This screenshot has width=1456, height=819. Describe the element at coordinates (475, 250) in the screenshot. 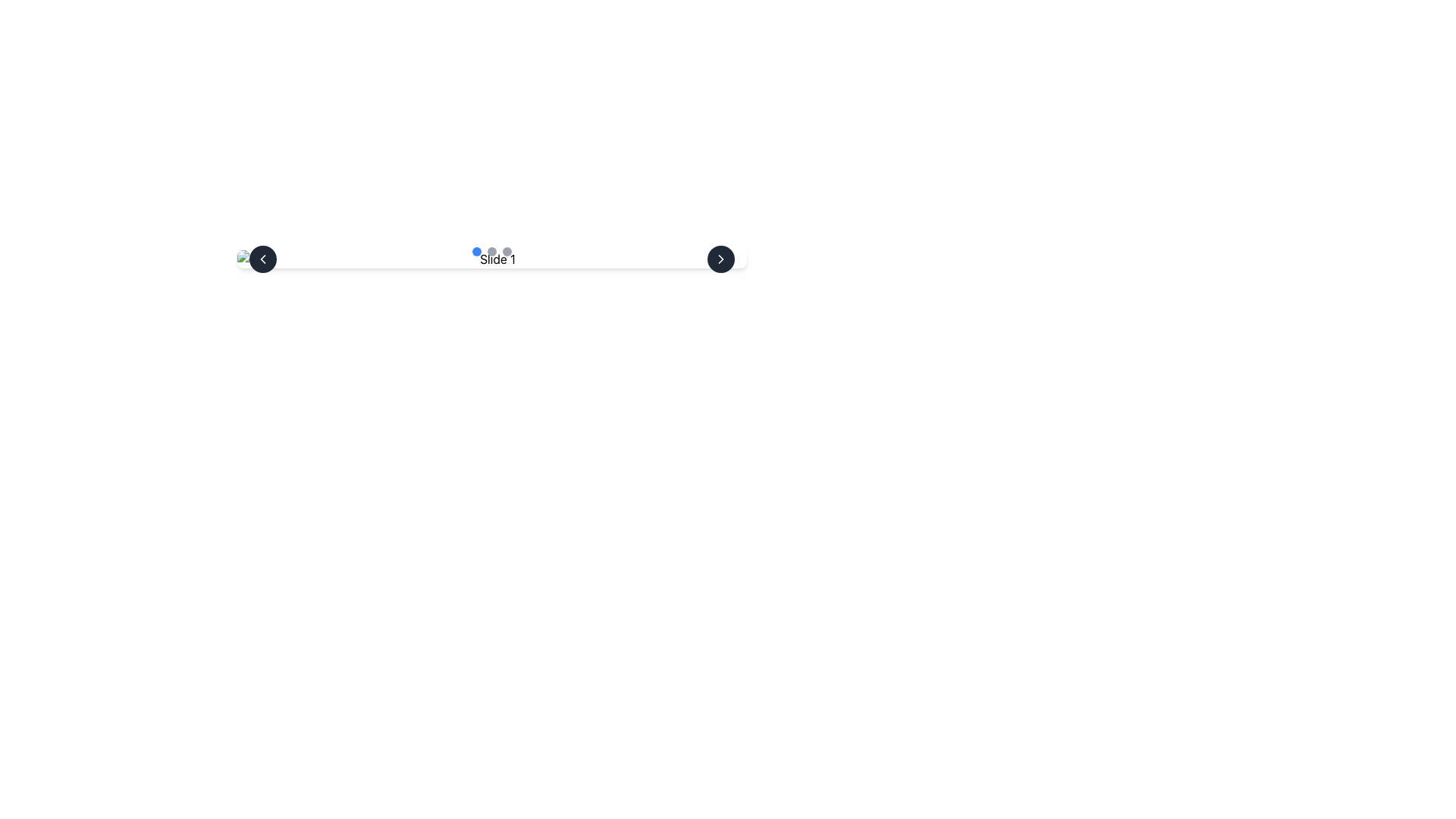

I see `the small, circular blue button located at the far left of the navigation indicators` at that location.